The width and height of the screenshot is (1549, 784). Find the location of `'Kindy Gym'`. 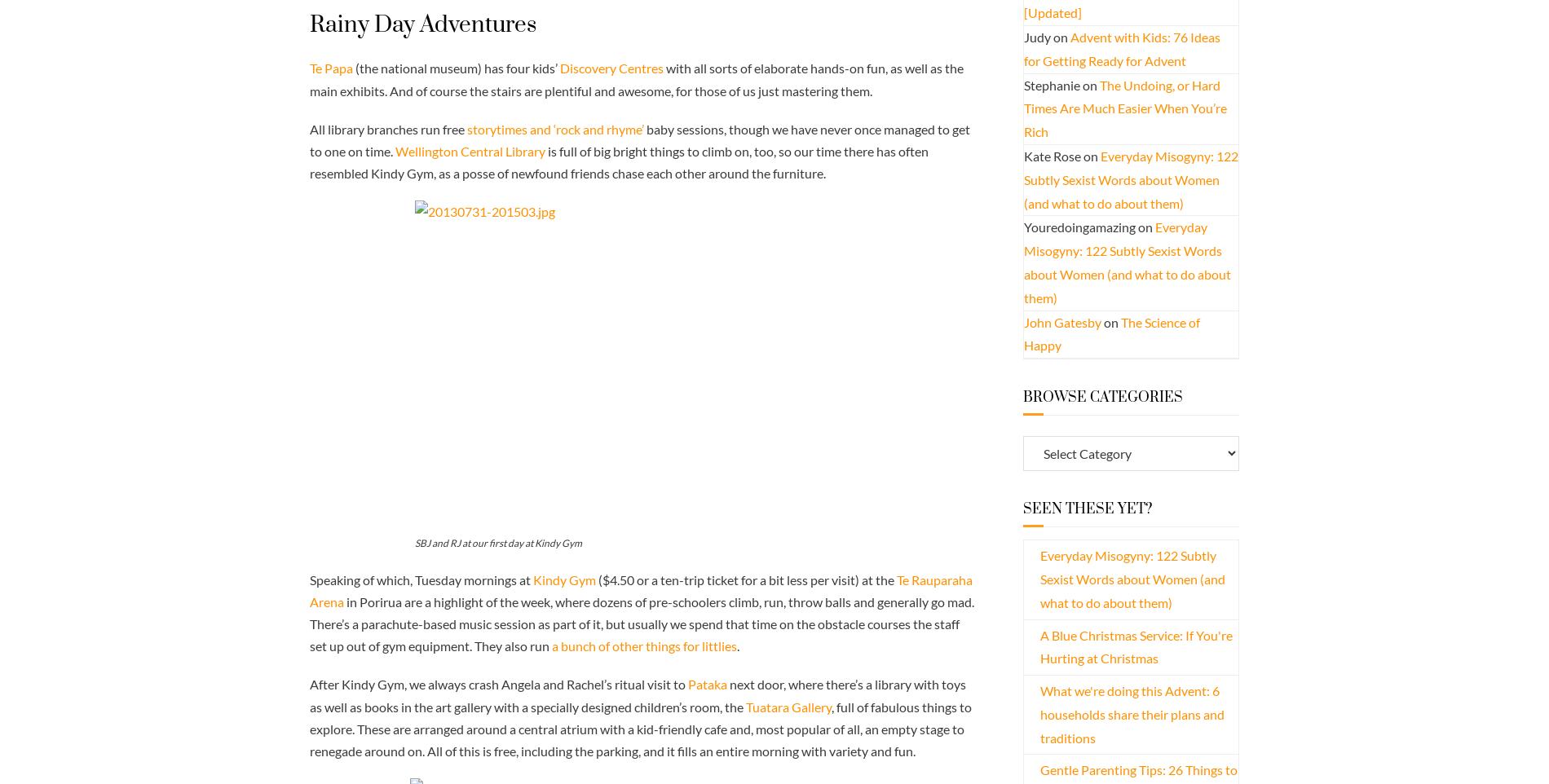

'Kindy Gym' is located at coordinates (564, 578).